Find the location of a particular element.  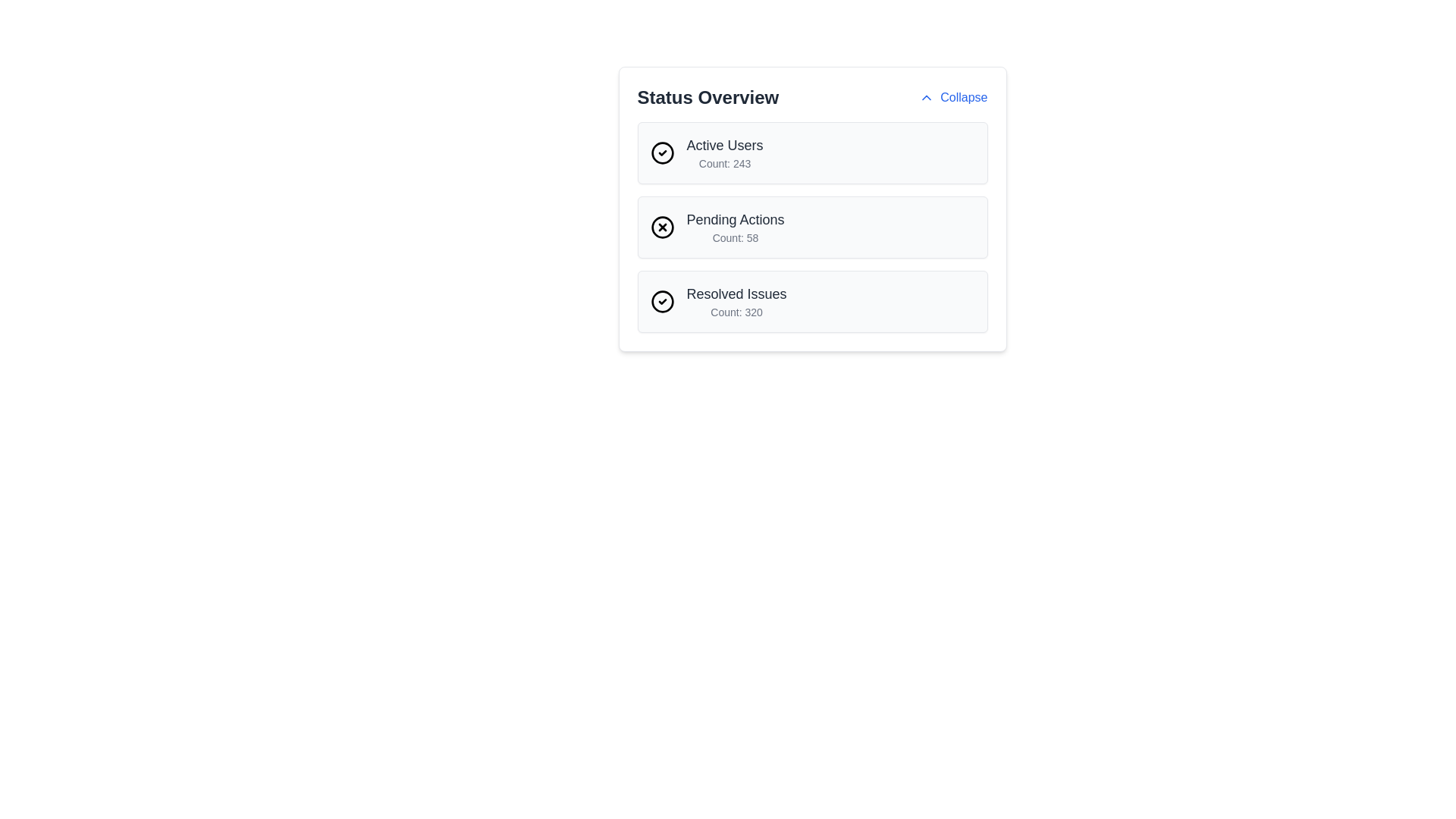

the circular section of the 'Pending Actions' icon in the 'Status Overview' dashboard widget is located at coordinates (662, 227).